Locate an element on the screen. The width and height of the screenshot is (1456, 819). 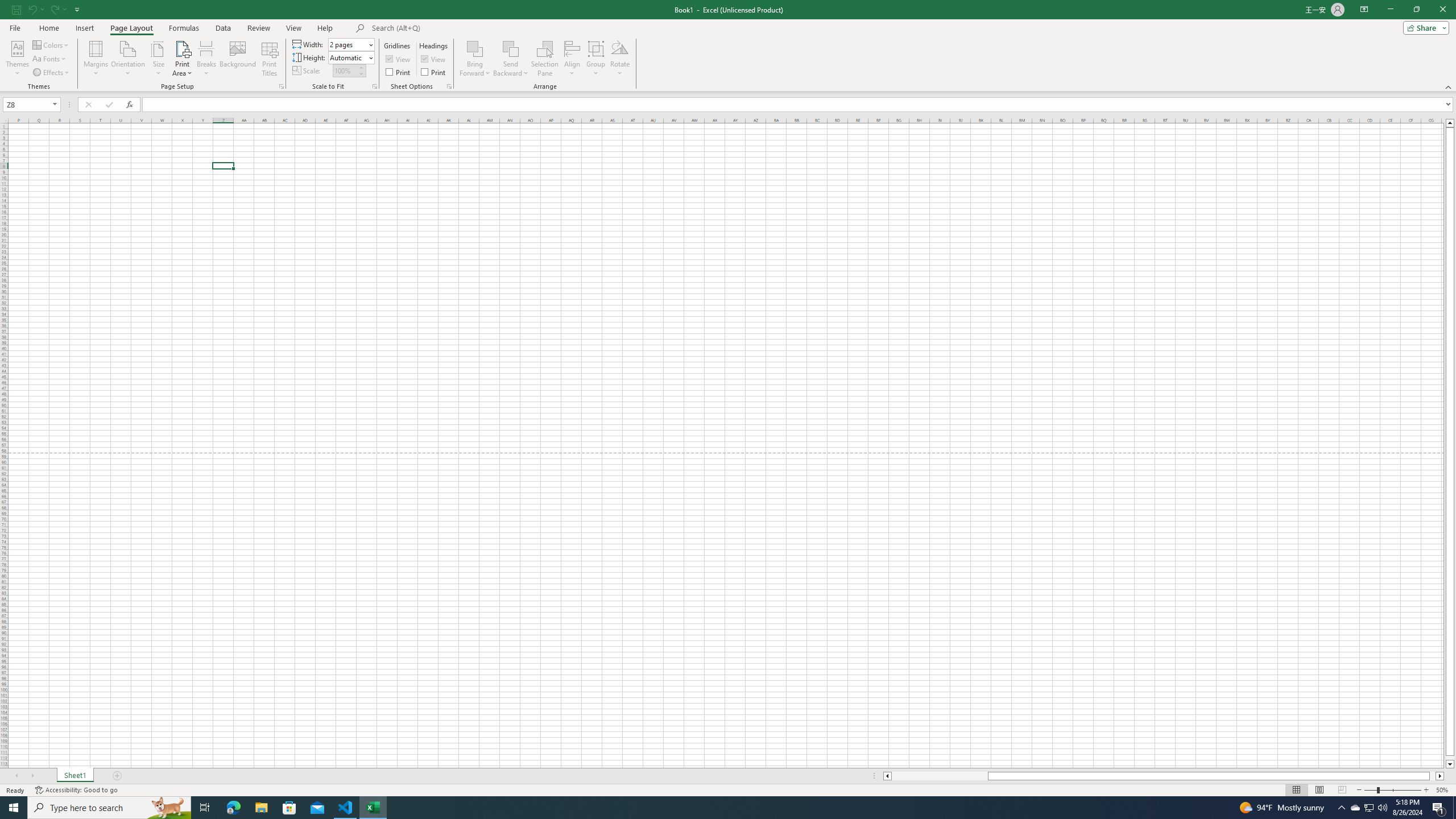
'Print Titles' is located at coordinates (268, 59).